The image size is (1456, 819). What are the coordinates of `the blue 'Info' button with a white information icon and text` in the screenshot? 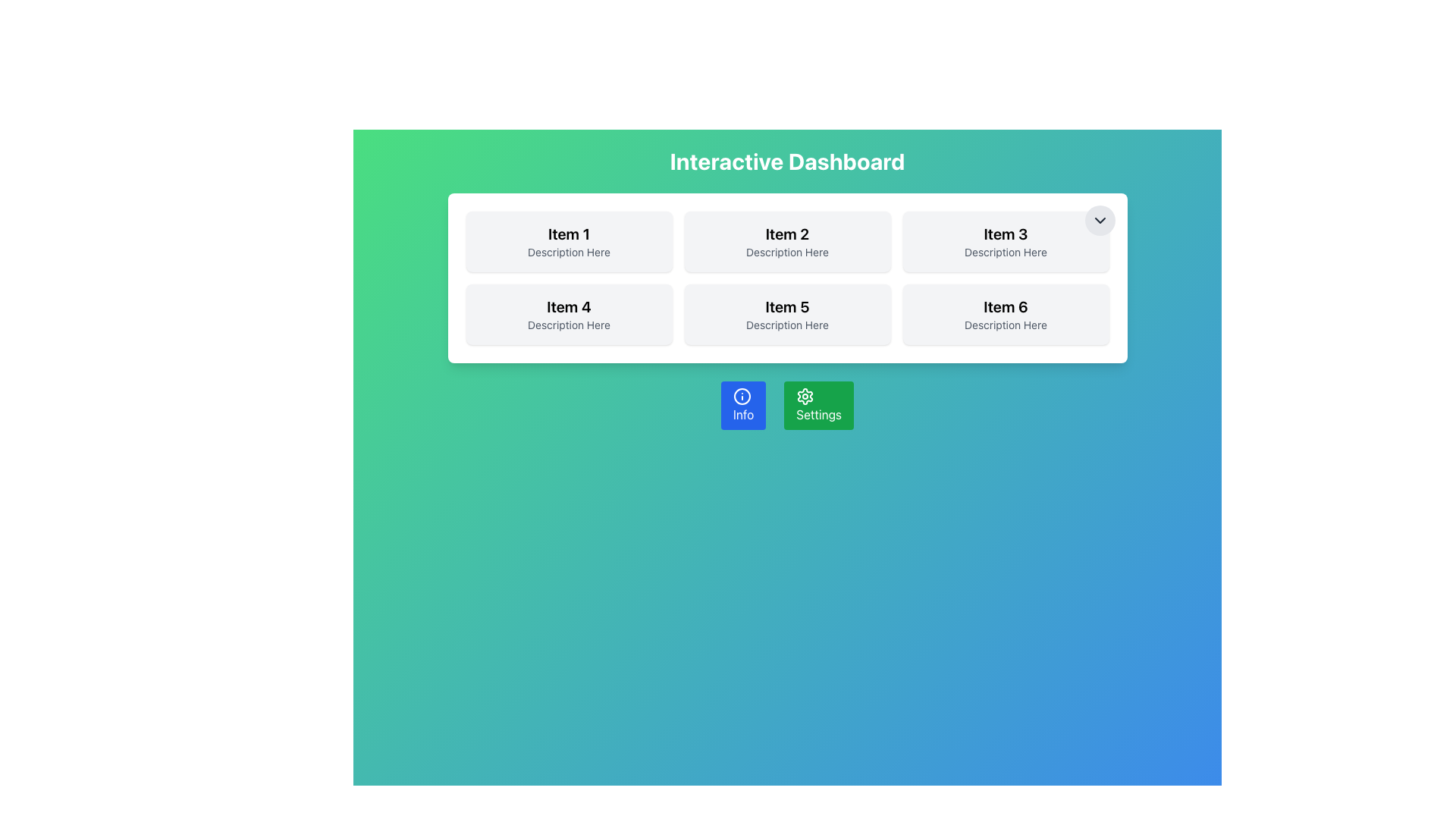 It's located at (743, 405).